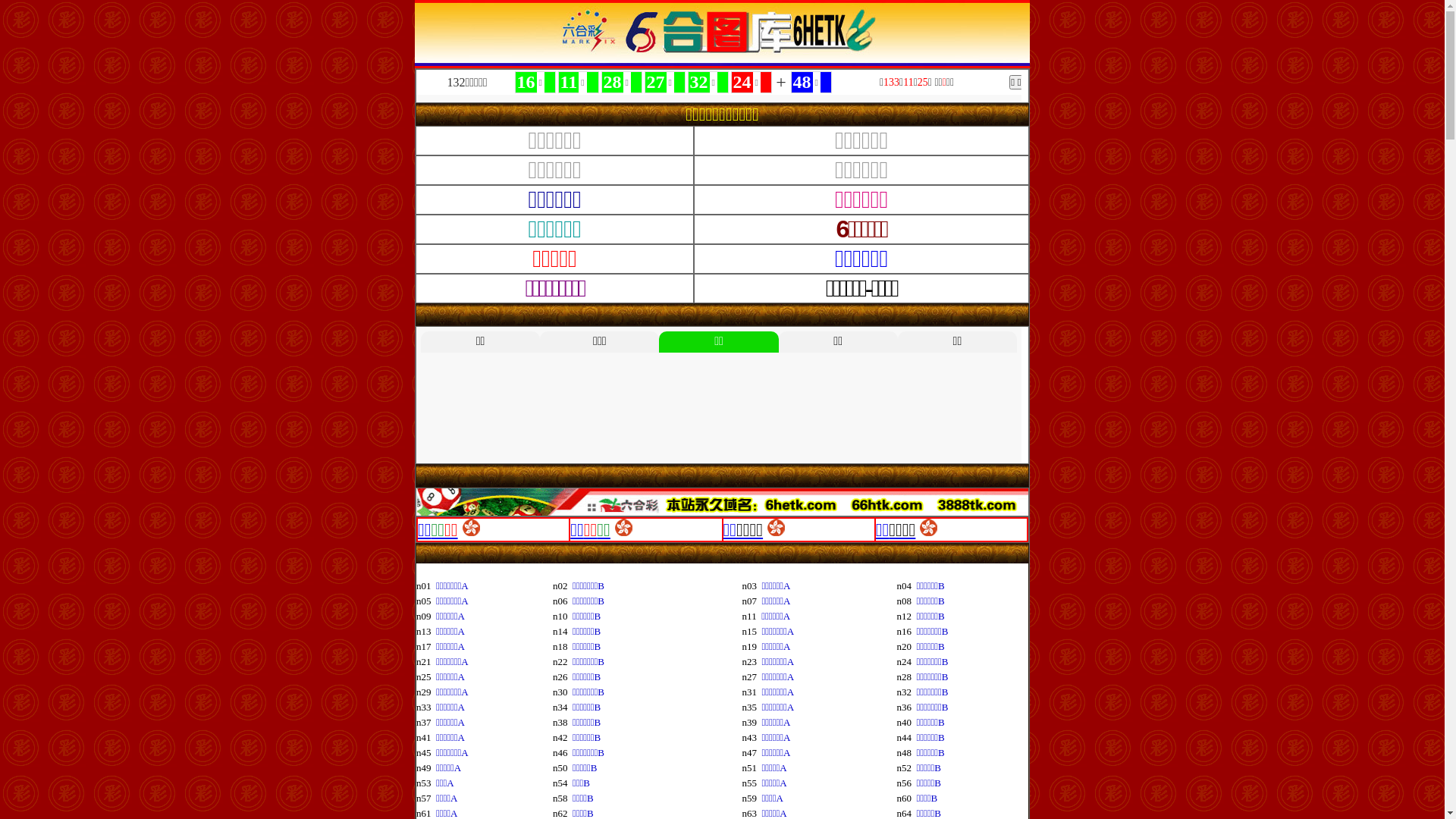  I want to click on 'n59 ', so click(752, 797).